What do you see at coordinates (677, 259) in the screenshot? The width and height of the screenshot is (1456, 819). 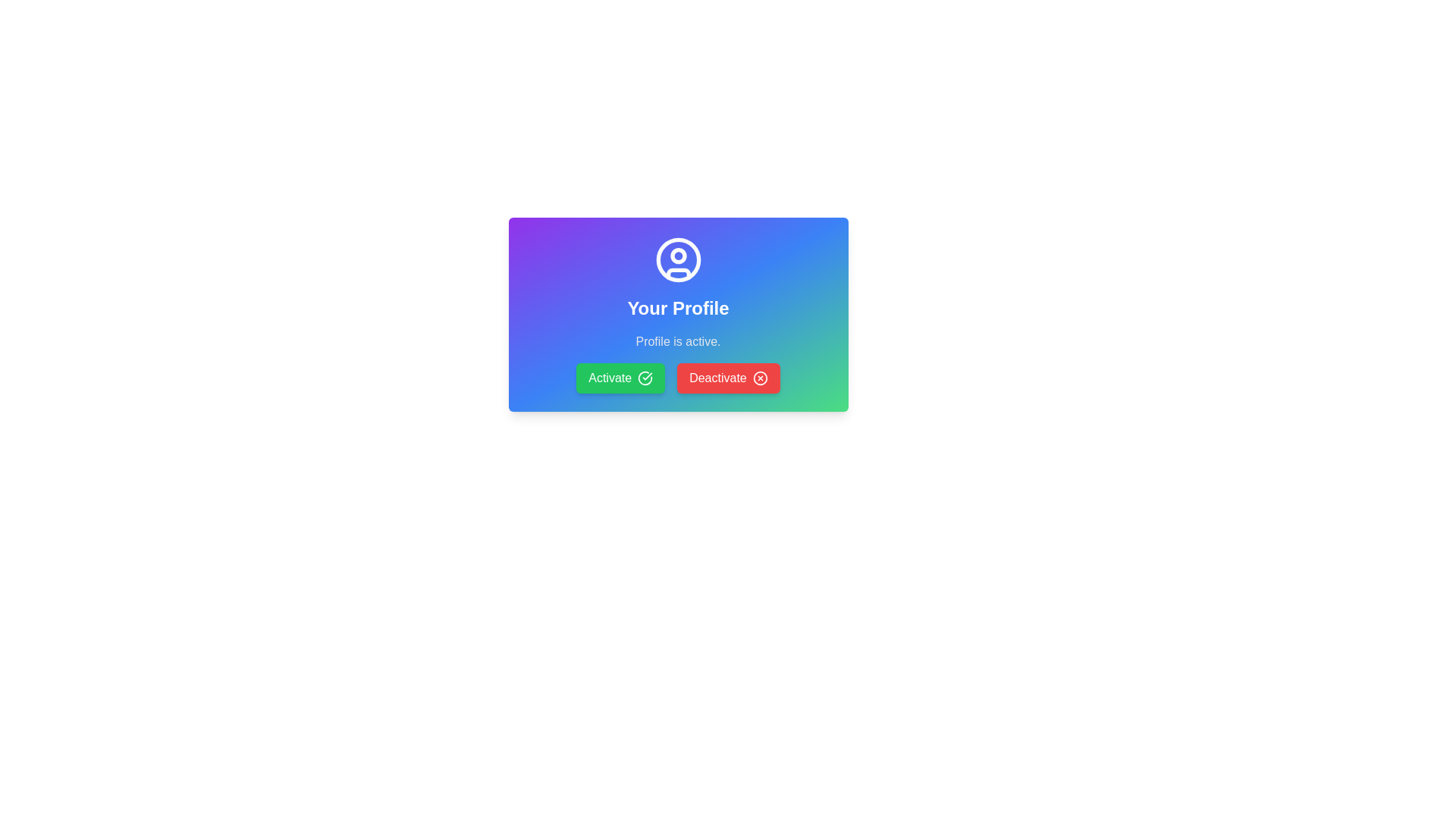 I see `the user profile icon located in the central region of the card layout, directly above the 'Your Profile' title` at bounding box center [677, 259].